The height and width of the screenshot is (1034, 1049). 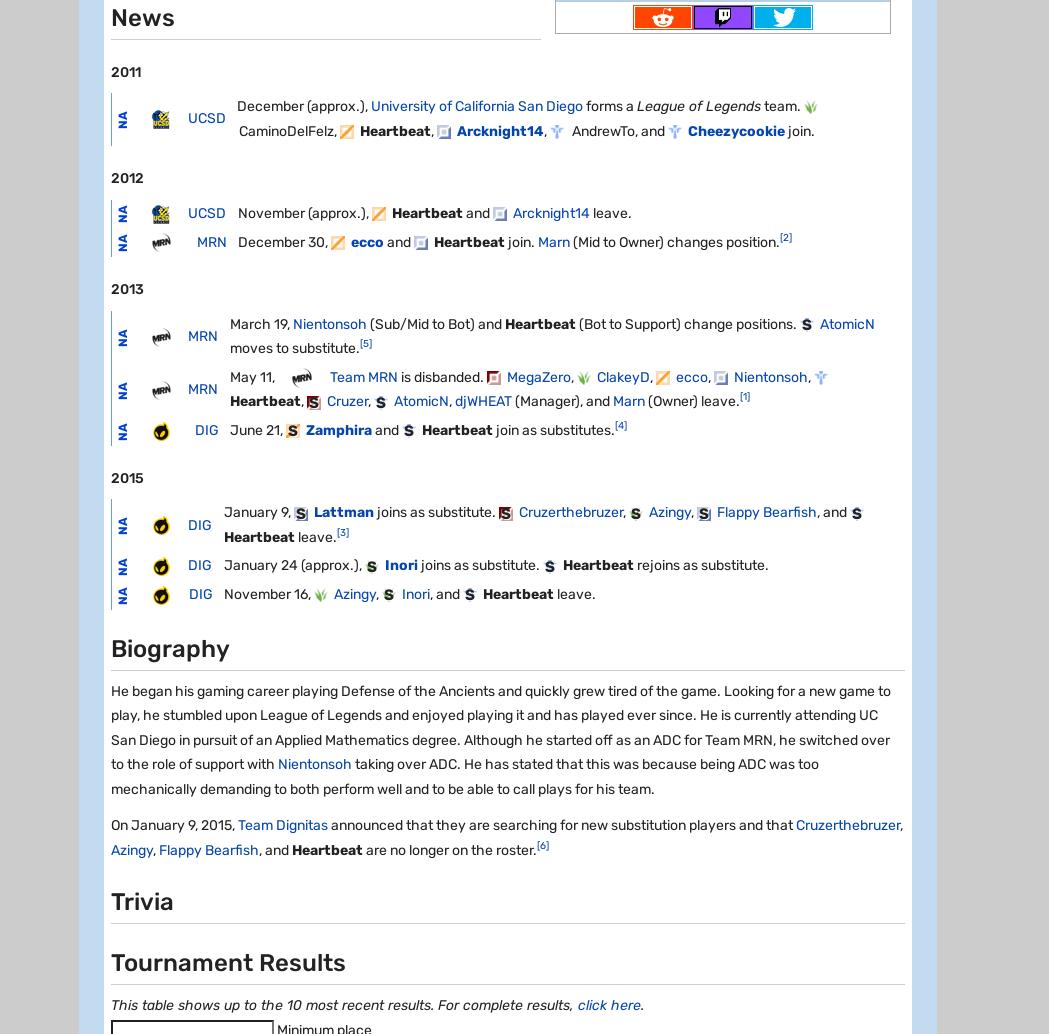 I want to click on 'Fandom', so click(x=109, y=206).